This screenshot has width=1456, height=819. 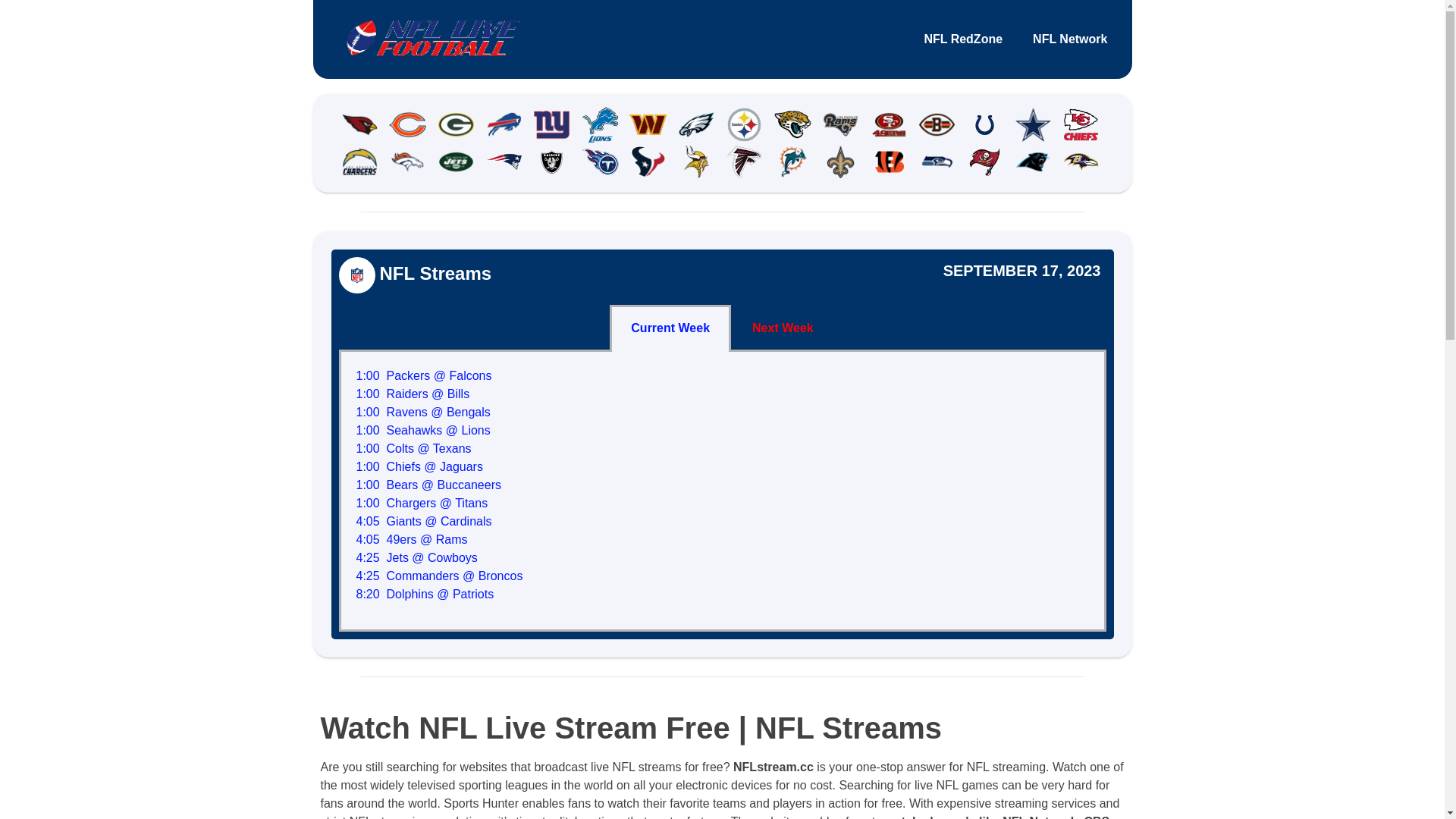 I want to click on 'Giants @ Cardinals', so click(x=438, y=520).